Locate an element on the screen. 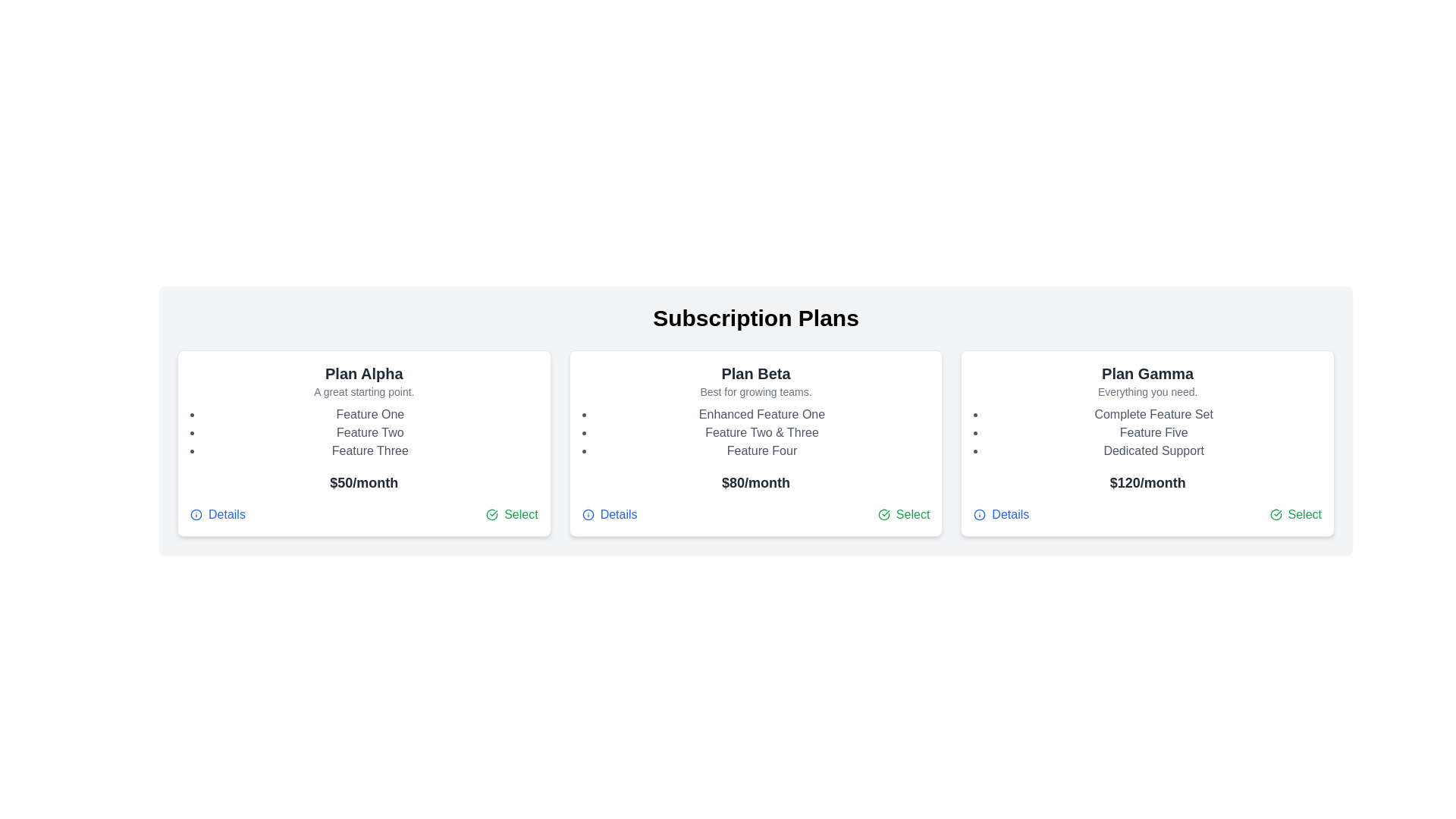 The image size is (1456, 819). the Decorative Icon located near the 'Details' text below the 'Plan Gamma' subscription plan is located at coordinates (980, 513).